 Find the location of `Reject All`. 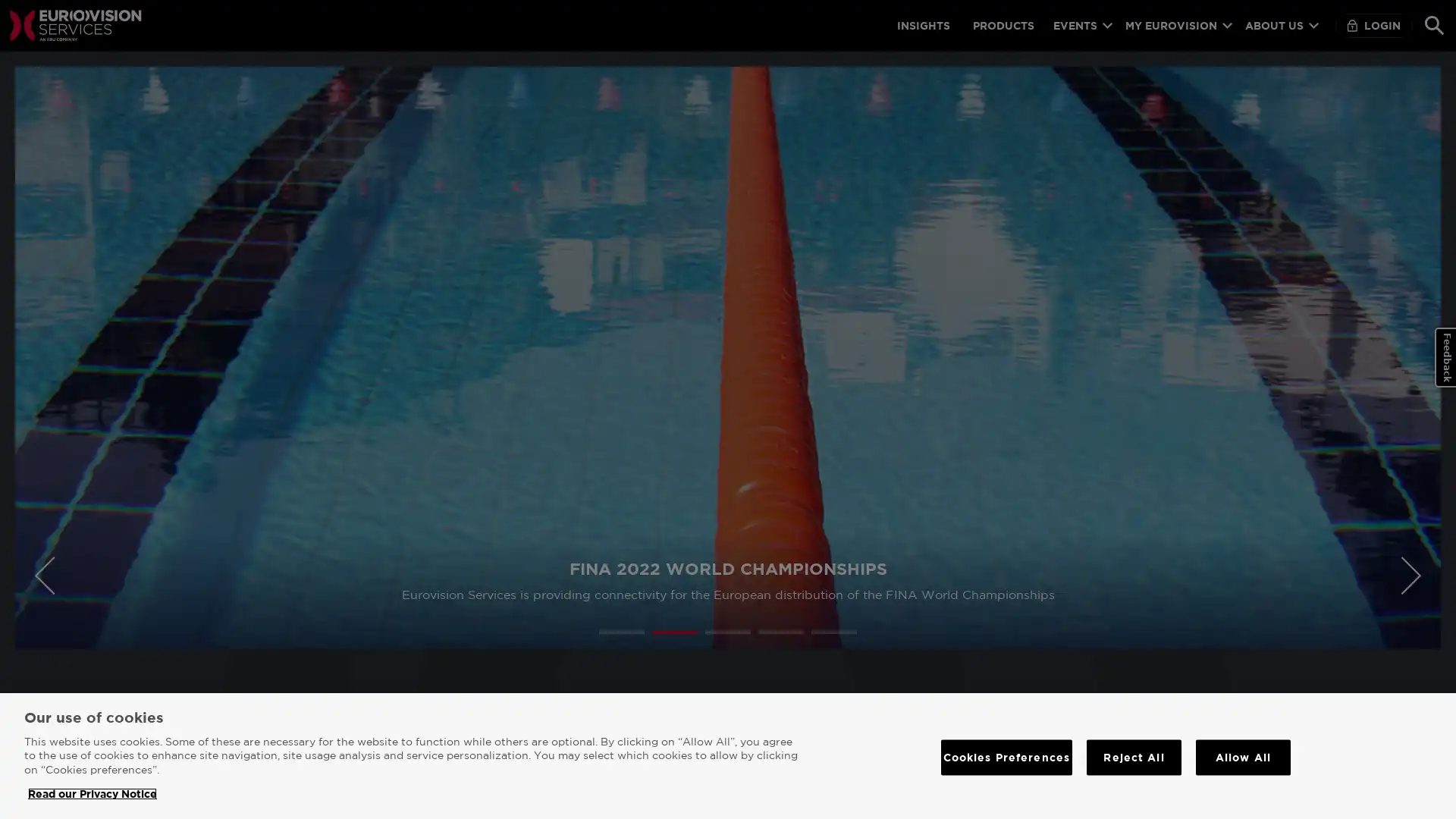

Reject All is located at coordinates (1134, 757).